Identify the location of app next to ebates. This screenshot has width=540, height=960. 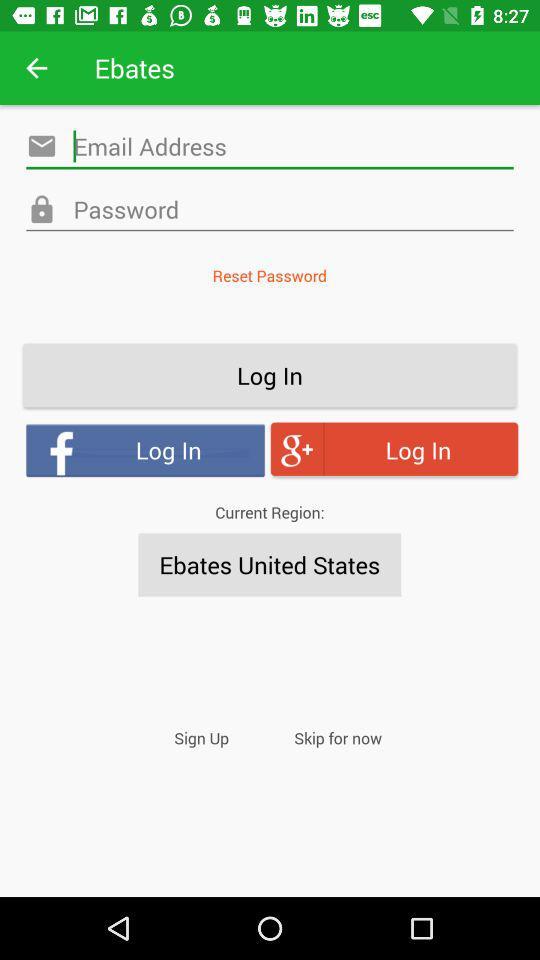
(36, 68).